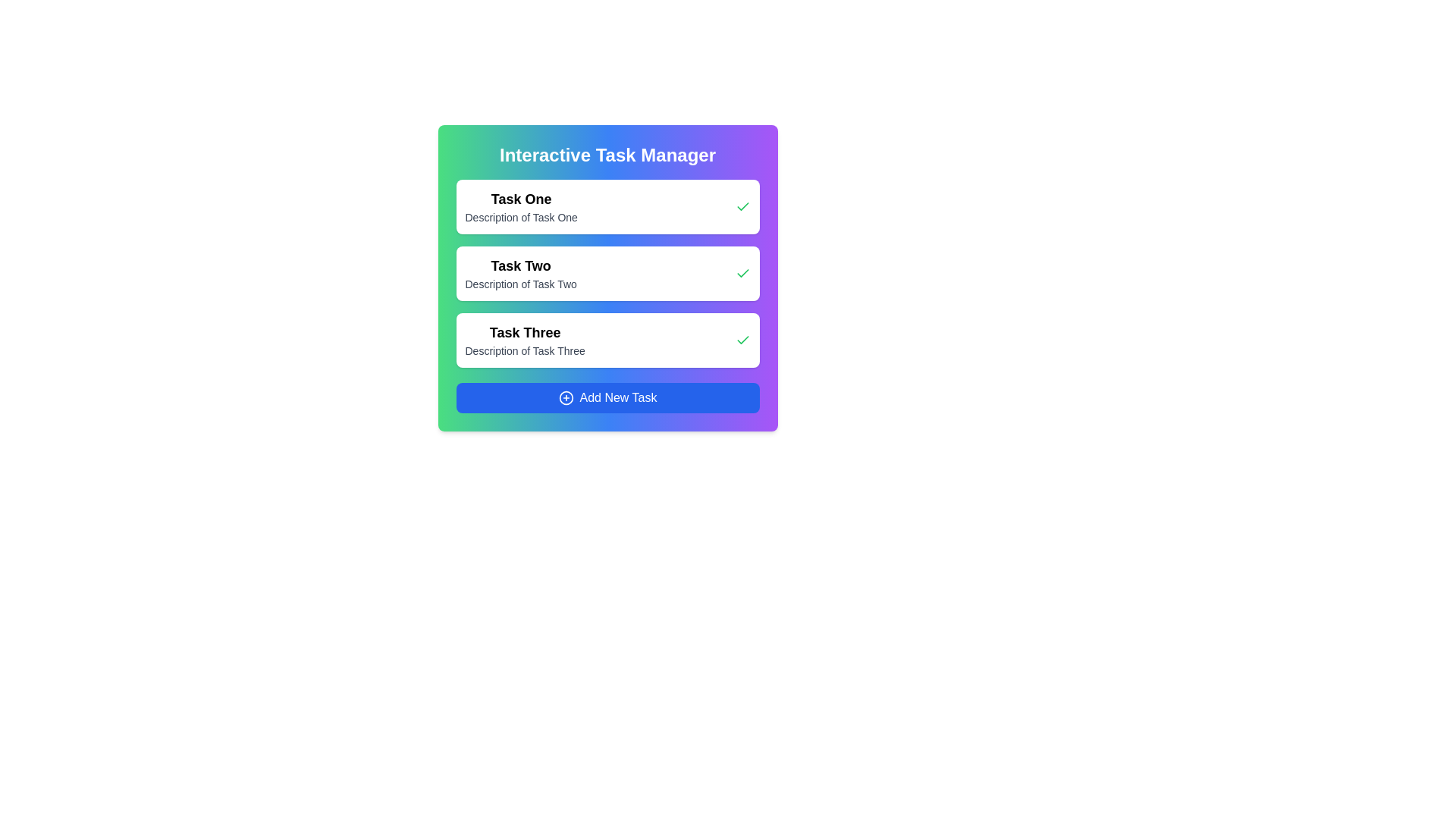 The image size is (1456, 819). What do you see at coordinates (607, 274) in the screenshot?
I see `the task list item, which is the second item in a vertical stack` at bounding box center [607, 274].